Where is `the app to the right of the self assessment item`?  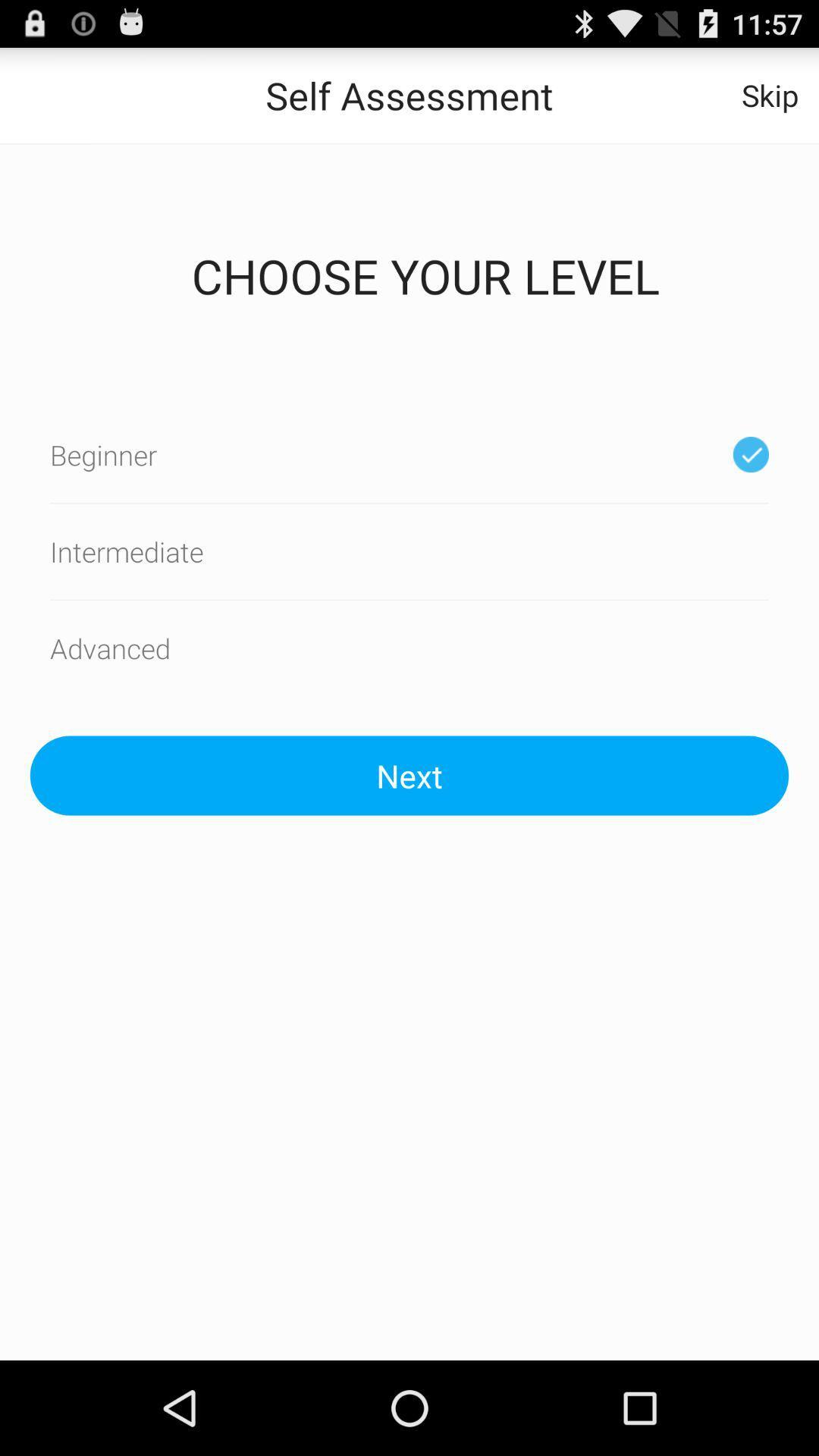
the app to the right of the self assessment item is located at coordinates (770, 94).